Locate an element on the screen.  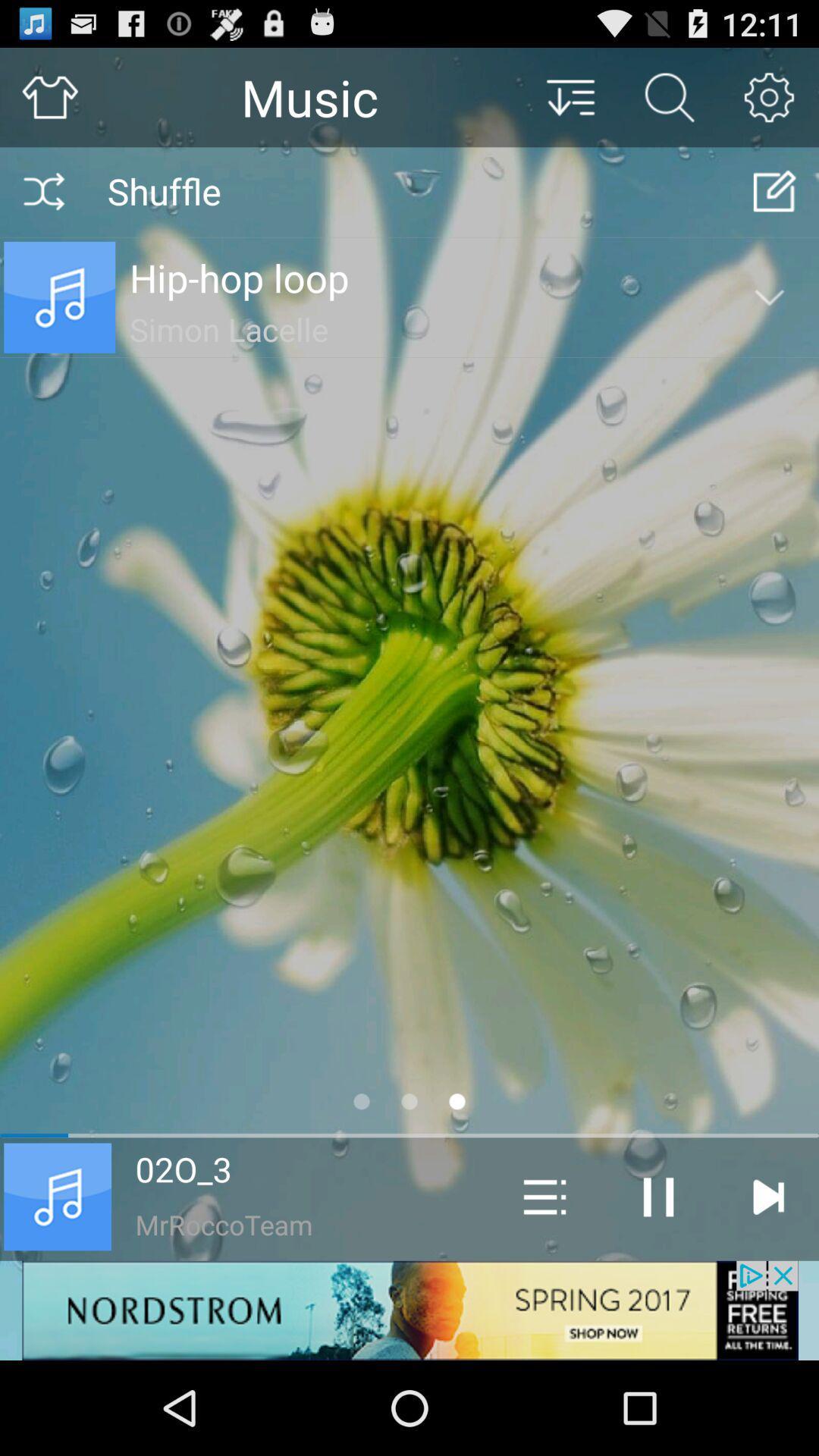
the settings icon is located at coordinates (769, 103).